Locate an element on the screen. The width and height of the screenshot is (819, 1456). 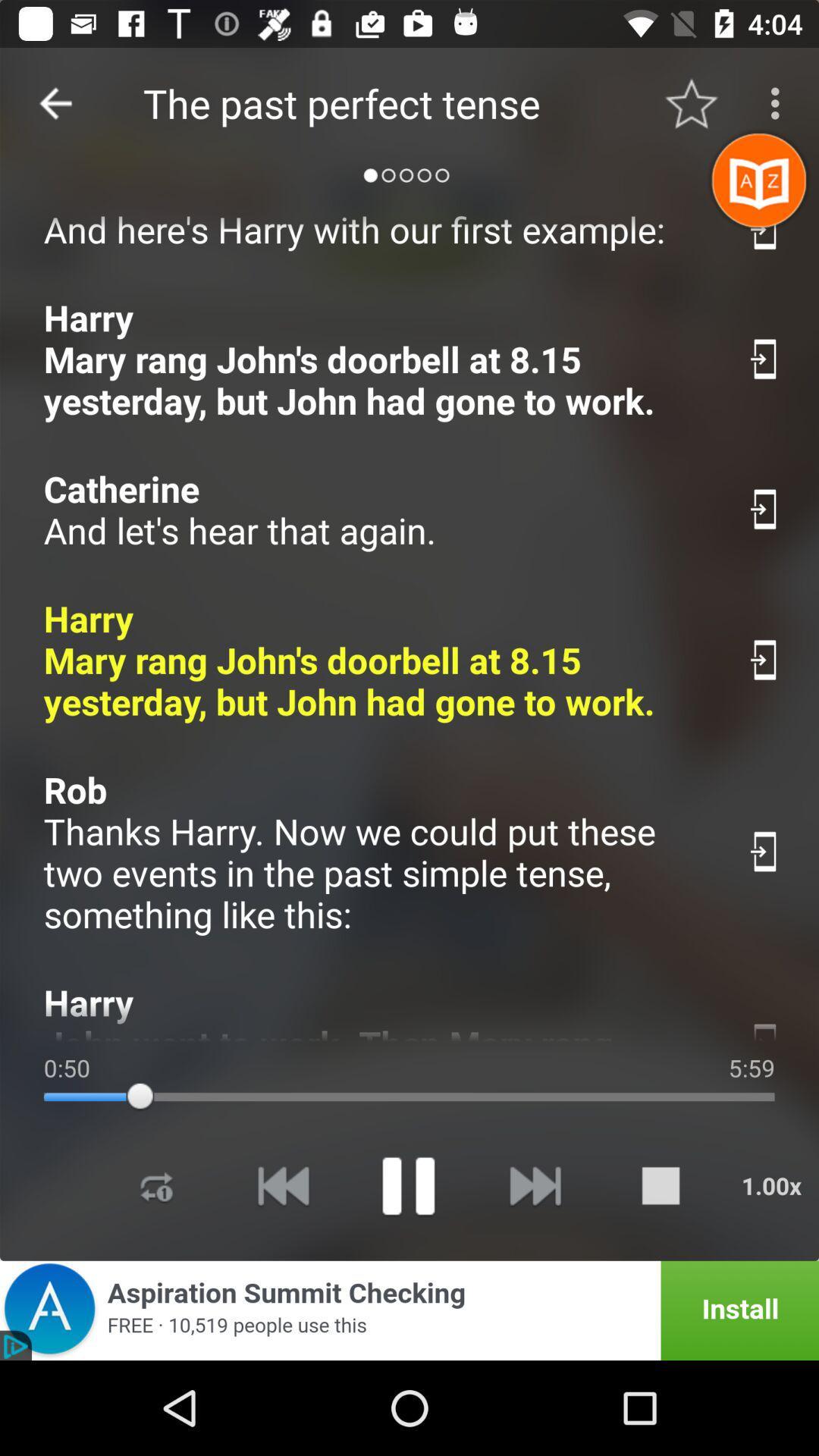
the pause icon is located at coordinates (407, 1185).